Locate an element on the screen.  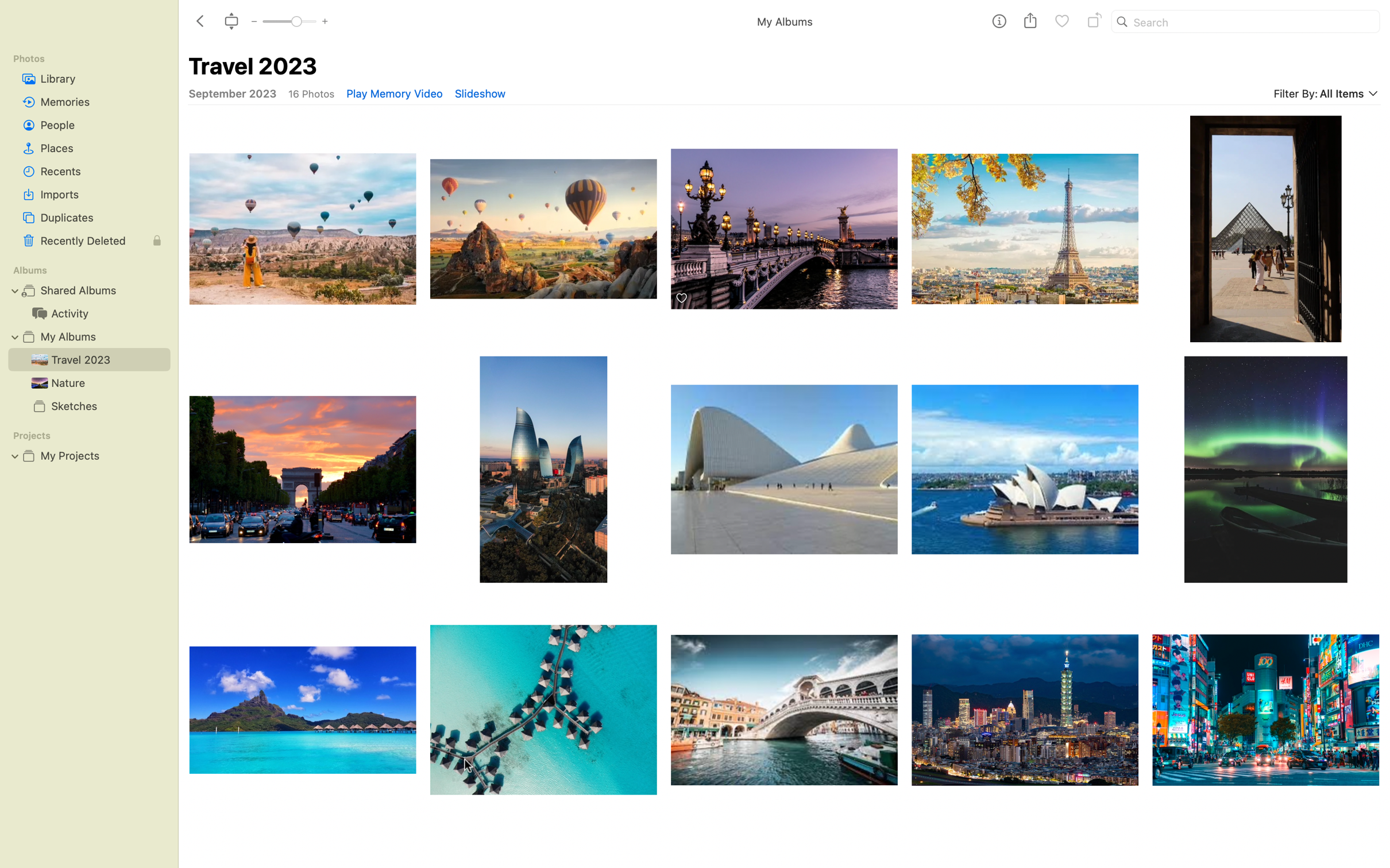
"Places" album and maximize images using the top navigation bar is located at coordinates (88, 148).